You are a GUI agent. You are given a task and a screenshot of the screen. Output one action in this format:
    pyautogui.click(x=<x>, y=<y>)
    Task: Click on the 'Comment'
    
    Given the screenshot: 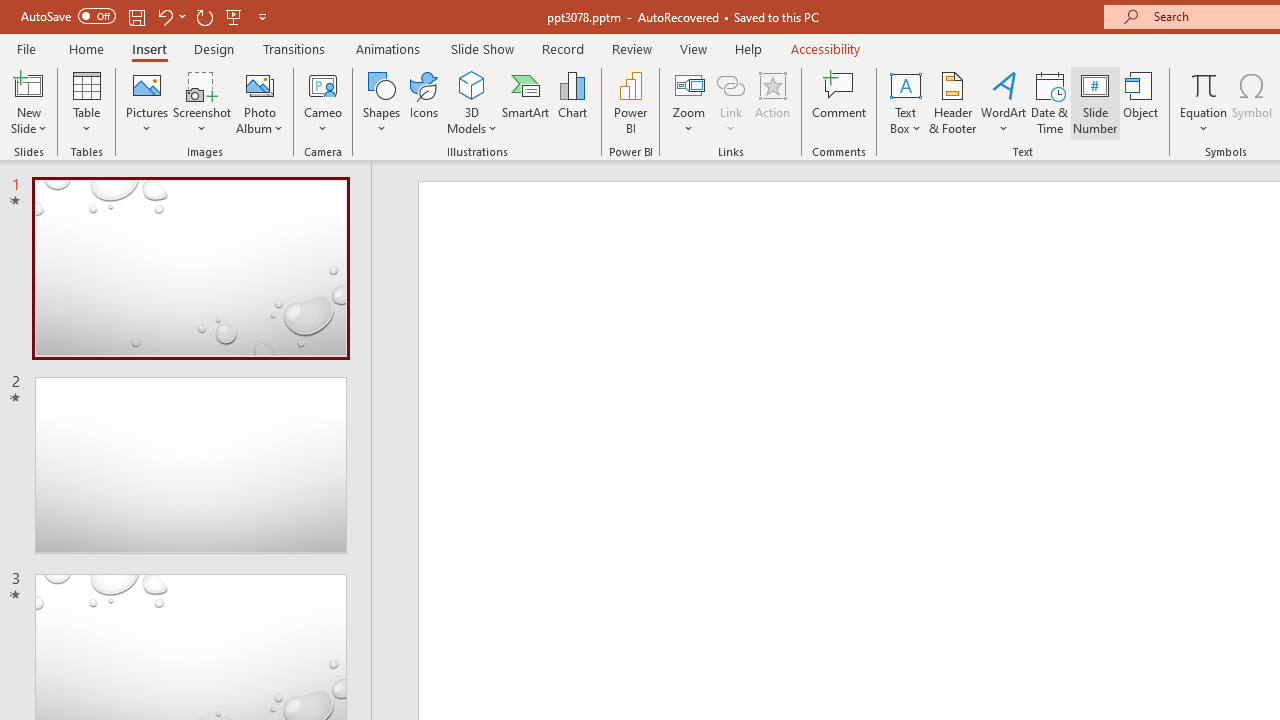 What is the action you would take?
    pyautogui.click(x=839, y=103)
    